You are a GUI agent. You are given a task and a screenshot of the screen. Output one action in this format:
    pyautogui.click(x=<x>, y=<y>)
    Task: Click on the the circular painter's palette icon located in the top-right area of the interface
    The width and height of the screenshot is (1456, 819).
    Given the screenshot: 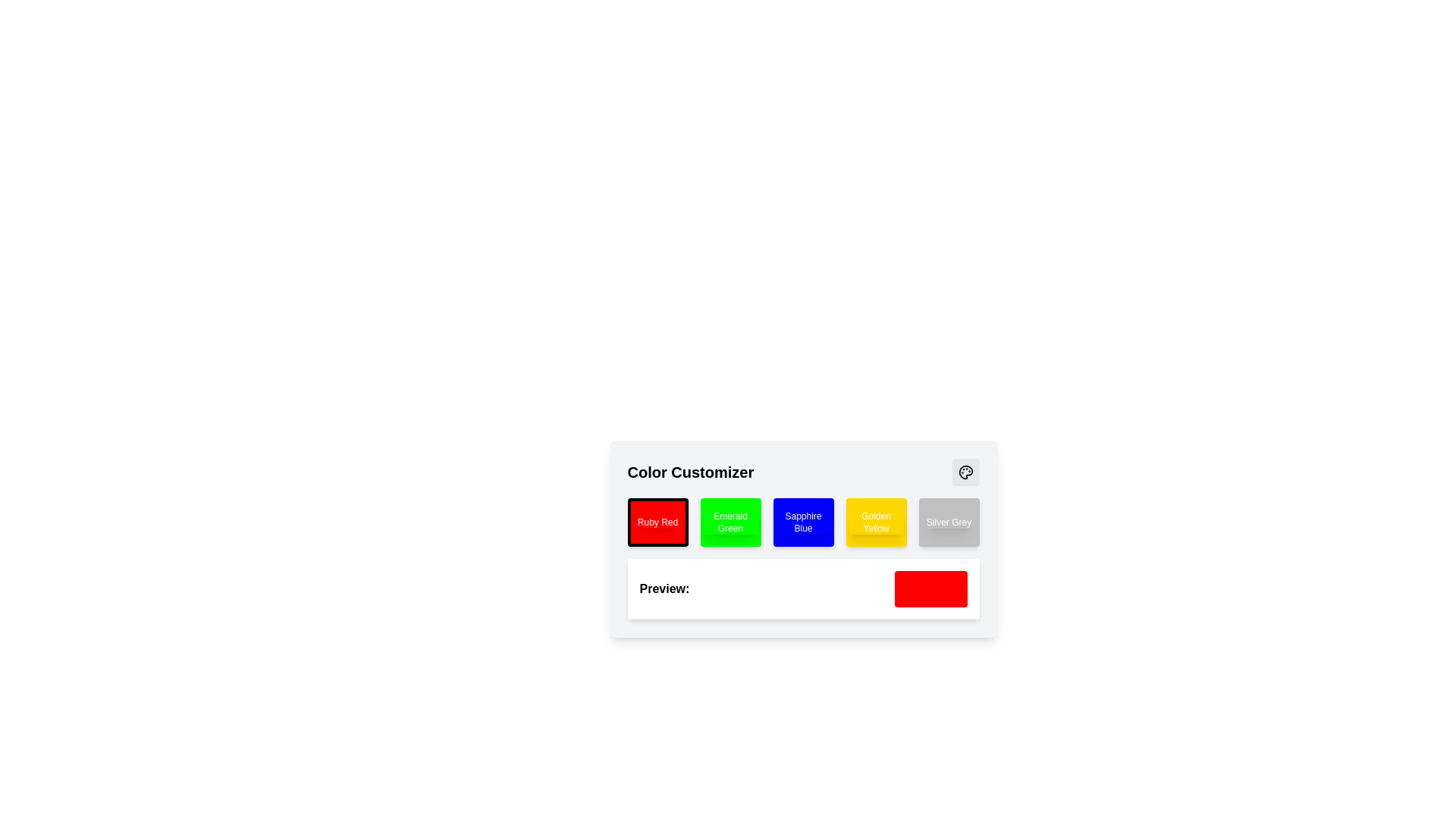 What is the action you would take?
    pyautogui.click(x=965, y=472)
    